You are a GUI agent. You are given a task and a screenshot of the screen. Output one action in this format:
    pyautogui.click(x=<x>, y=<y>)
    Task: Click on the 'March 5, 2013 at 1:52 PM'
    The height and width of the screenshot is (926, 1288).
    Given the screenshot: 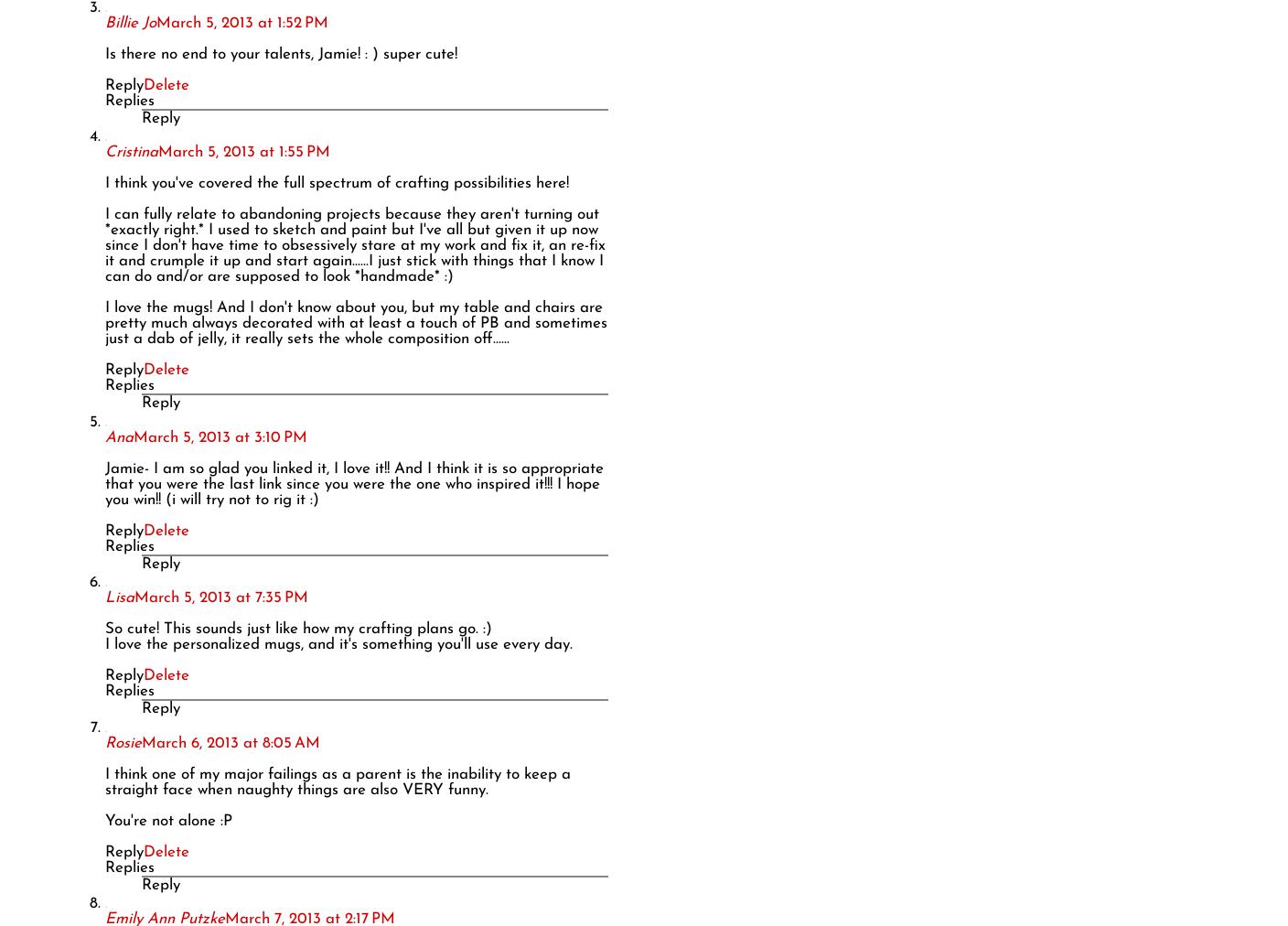 What is the action you would take?
    pyautogui.click(x=241, y=21)
    